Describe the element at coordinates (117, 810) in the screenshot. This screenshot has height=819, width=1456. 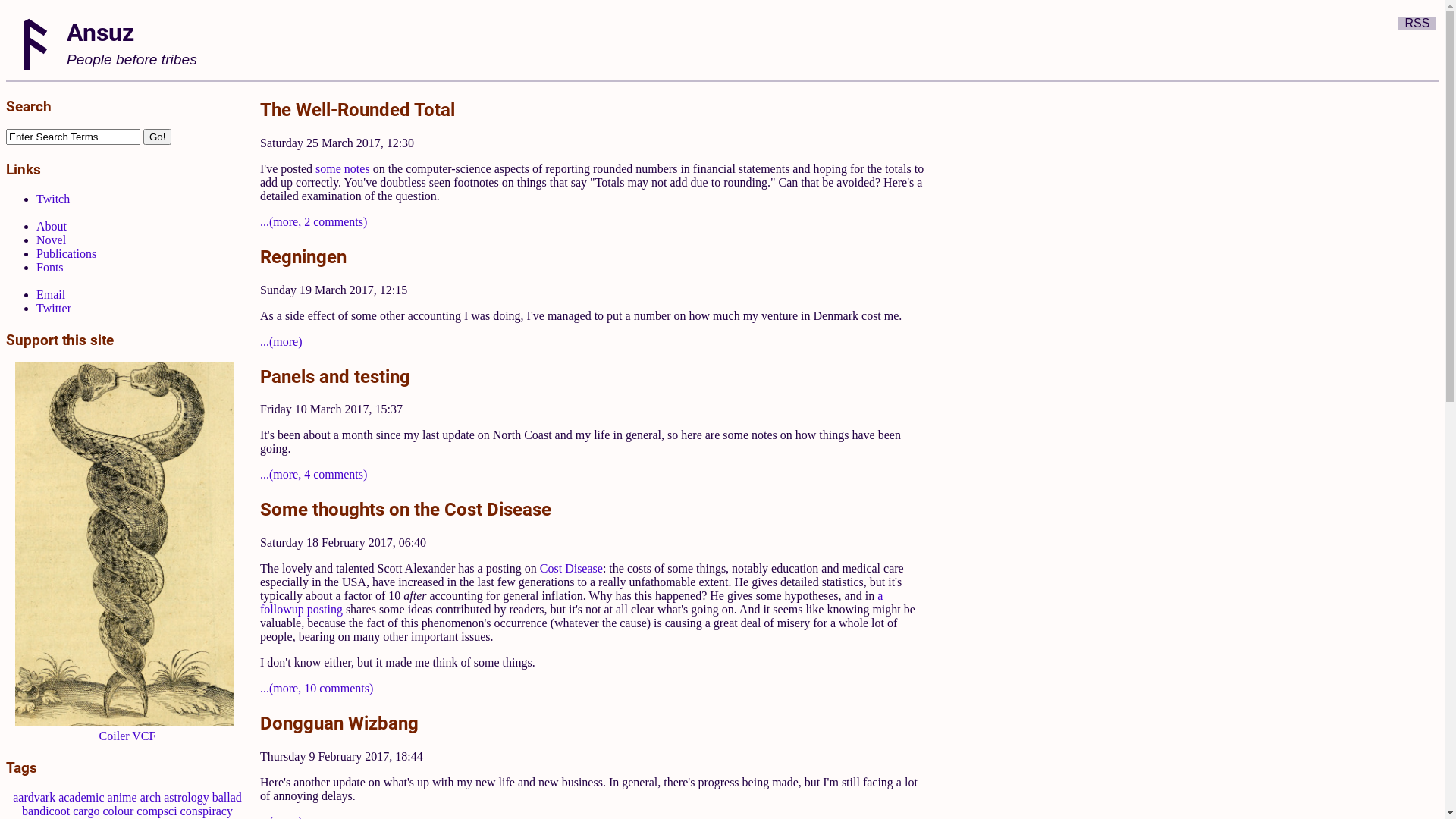
I see `'colour'` at that location.